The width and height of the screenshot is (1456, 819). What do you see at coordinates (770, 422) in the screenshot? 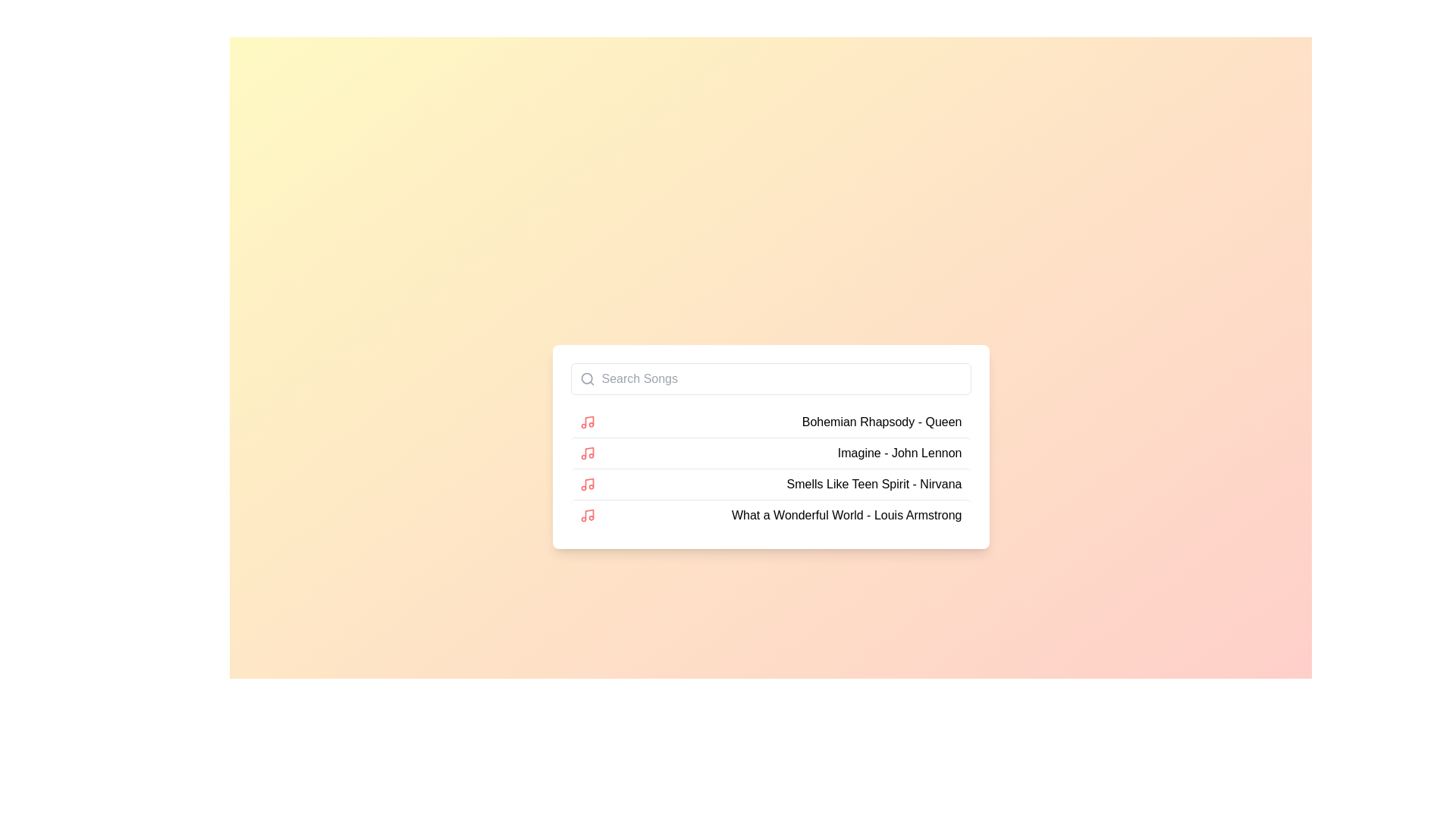
I see `the first song option` at bounding box center [770, 422].